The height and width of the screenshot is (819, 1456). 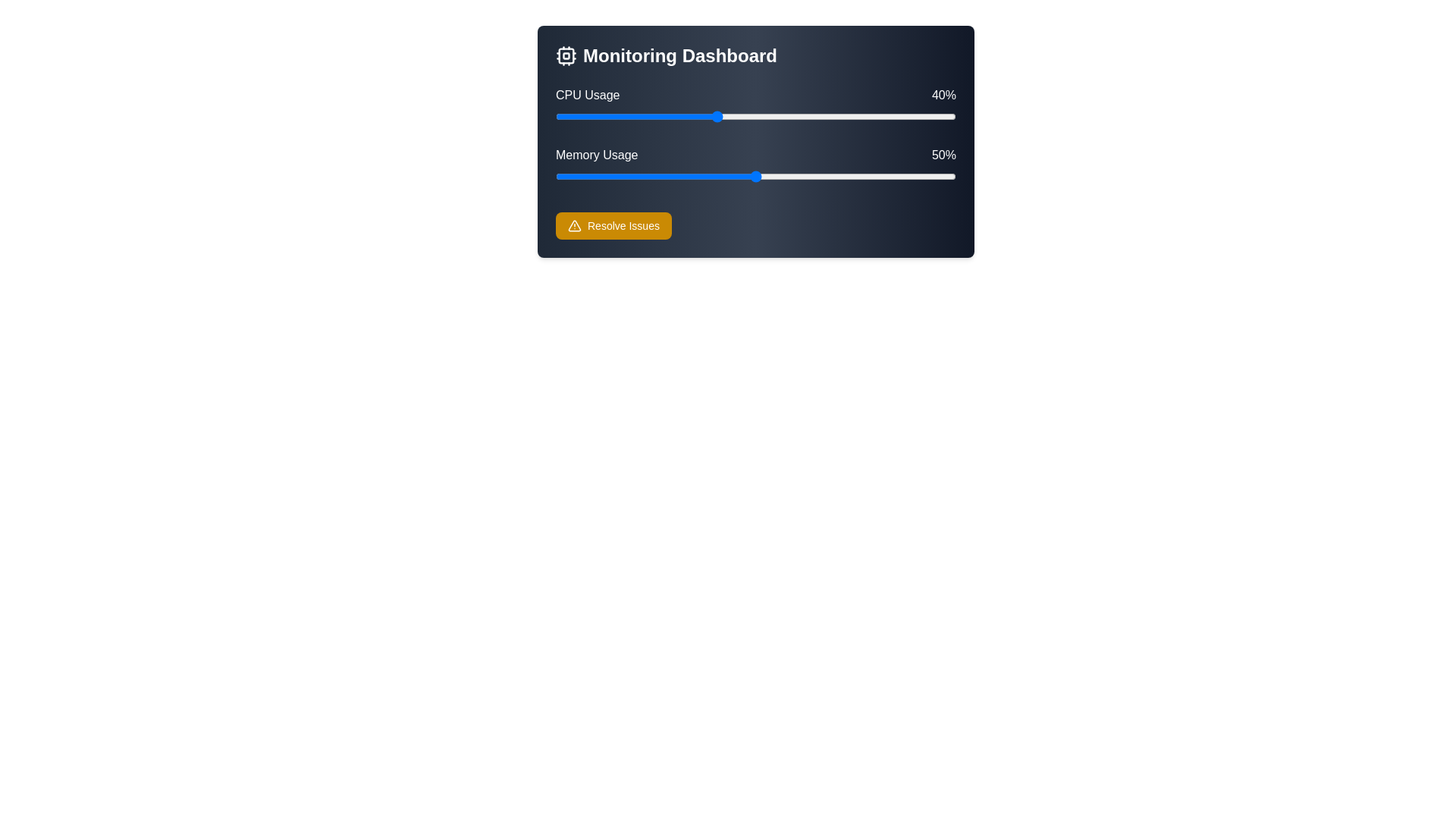 What do you see at coordinates (623, 116) in the screenshot?
I see `CPU usage` at bounding box center [623, 116].